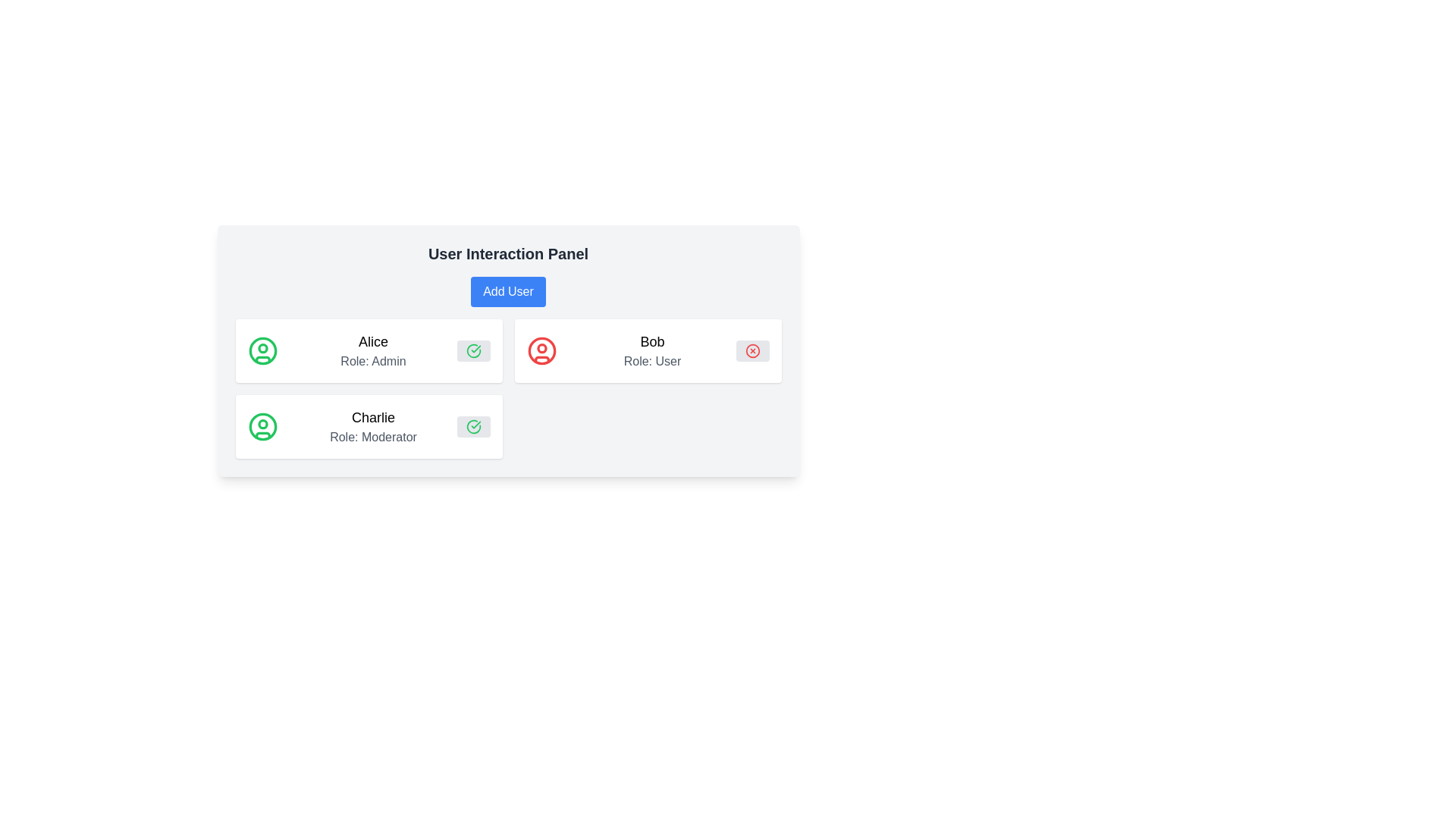 This screenshot has width=1456, height=819. I want to click on the text display component showing 'Charlie' above 'Role: Moderator' in a vertically stacked list of user entries, so click(373, 427).